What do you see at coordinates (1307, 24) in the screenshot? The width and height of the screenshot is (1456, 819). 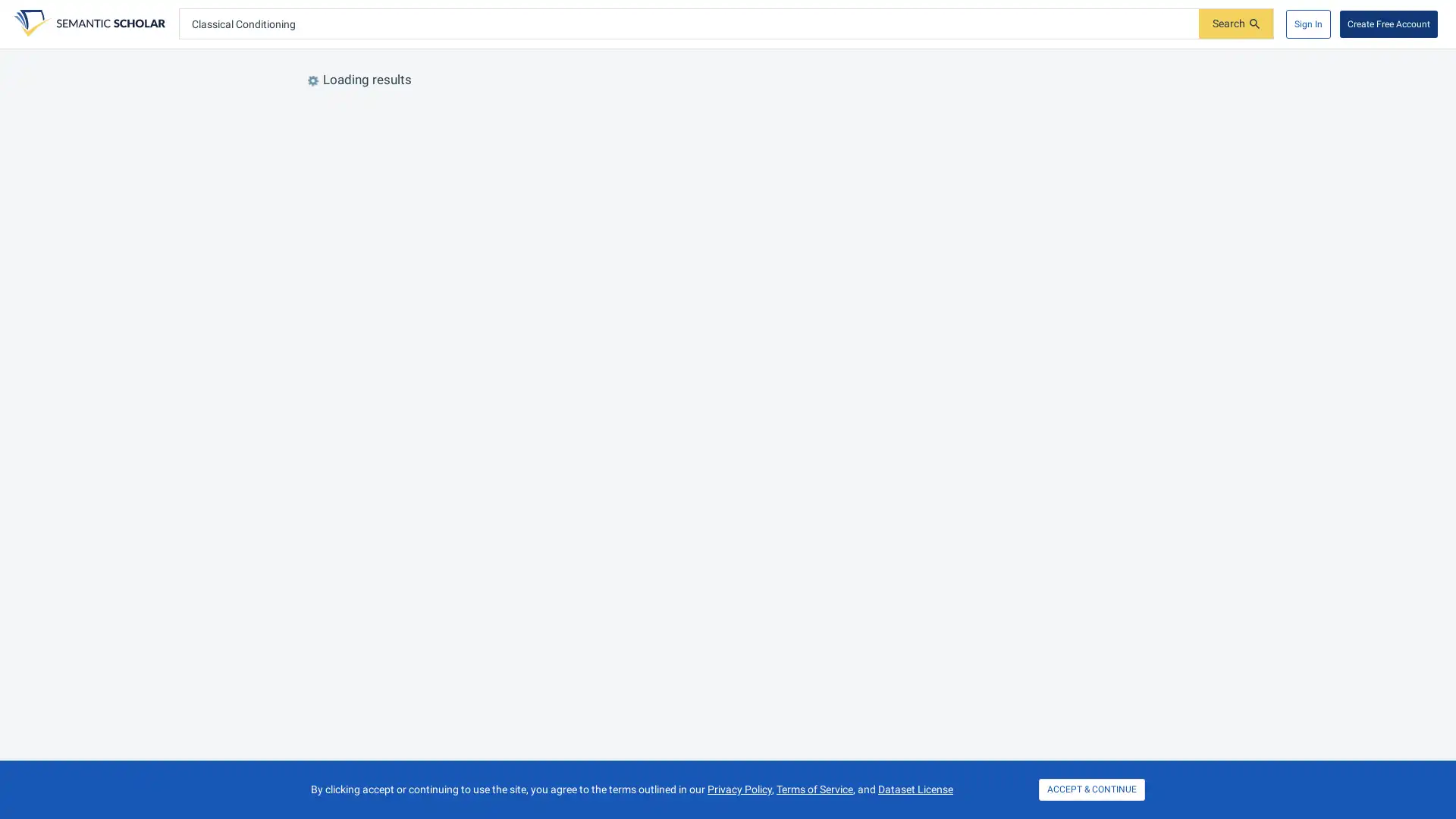 I see `Sign In` at bounding box center [1307, 24].